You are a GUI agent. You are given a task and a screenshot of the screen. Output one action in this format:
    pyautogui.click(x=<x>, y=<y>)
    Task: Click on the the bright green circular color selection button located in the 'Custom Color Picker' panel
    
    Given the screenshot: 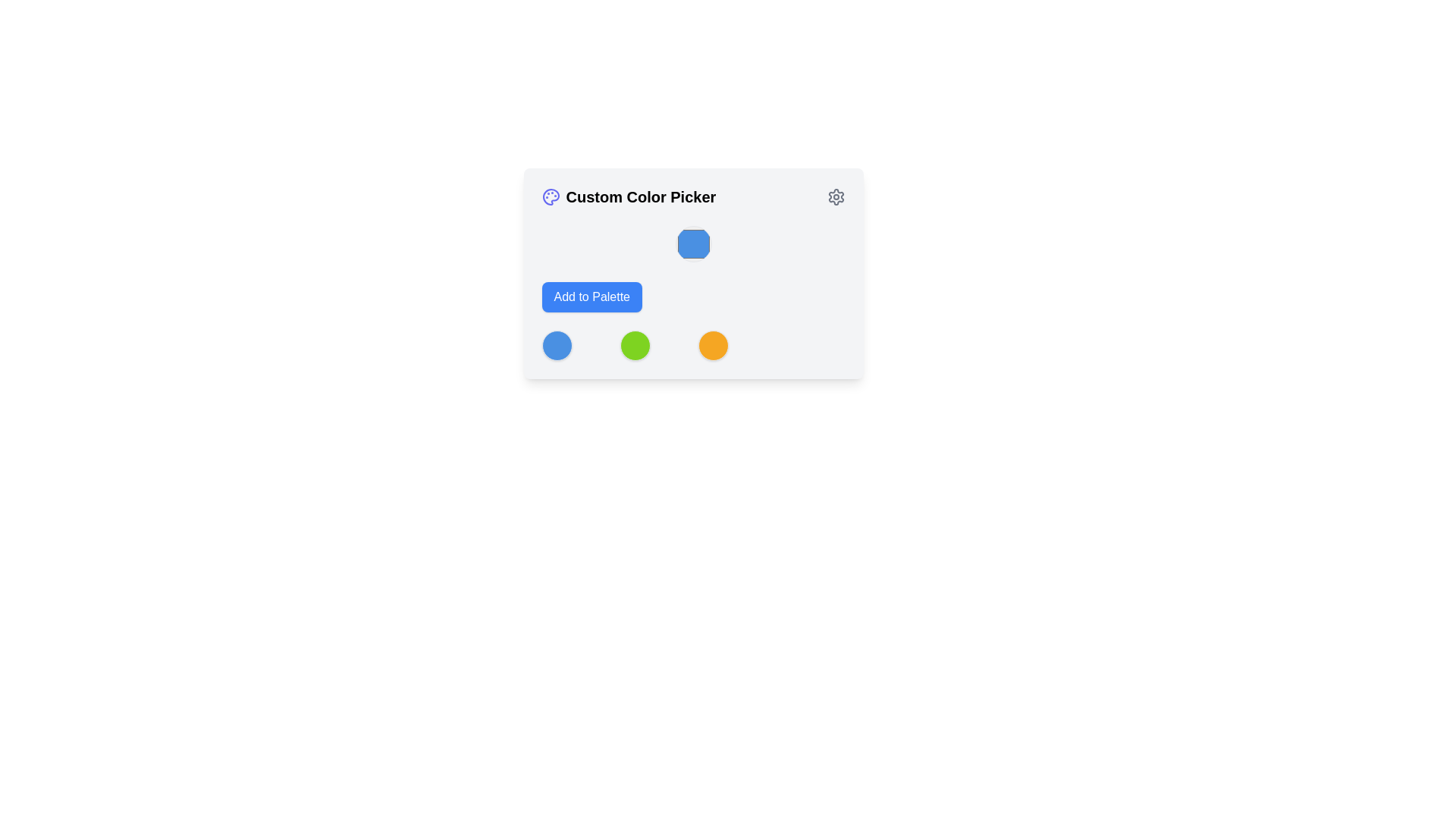 What is the action you would take?
    pyautogui.click(x=635, y=345)
    